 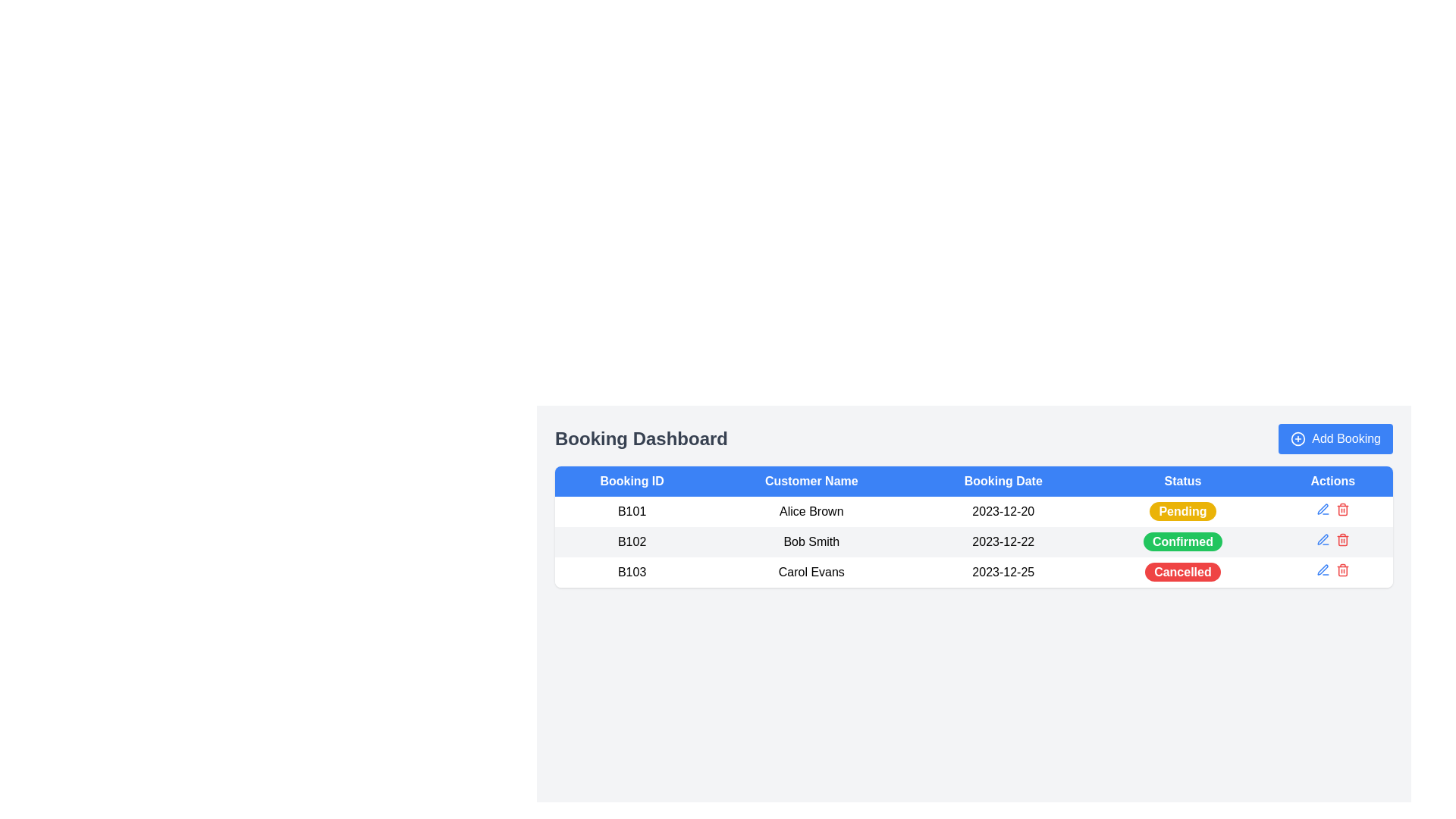 What do you see at coordinates (1322, 538) in the screenshot?
I see `the edit icon button located in the Actions column of the booking entry` at bounding box center [1322, 538].